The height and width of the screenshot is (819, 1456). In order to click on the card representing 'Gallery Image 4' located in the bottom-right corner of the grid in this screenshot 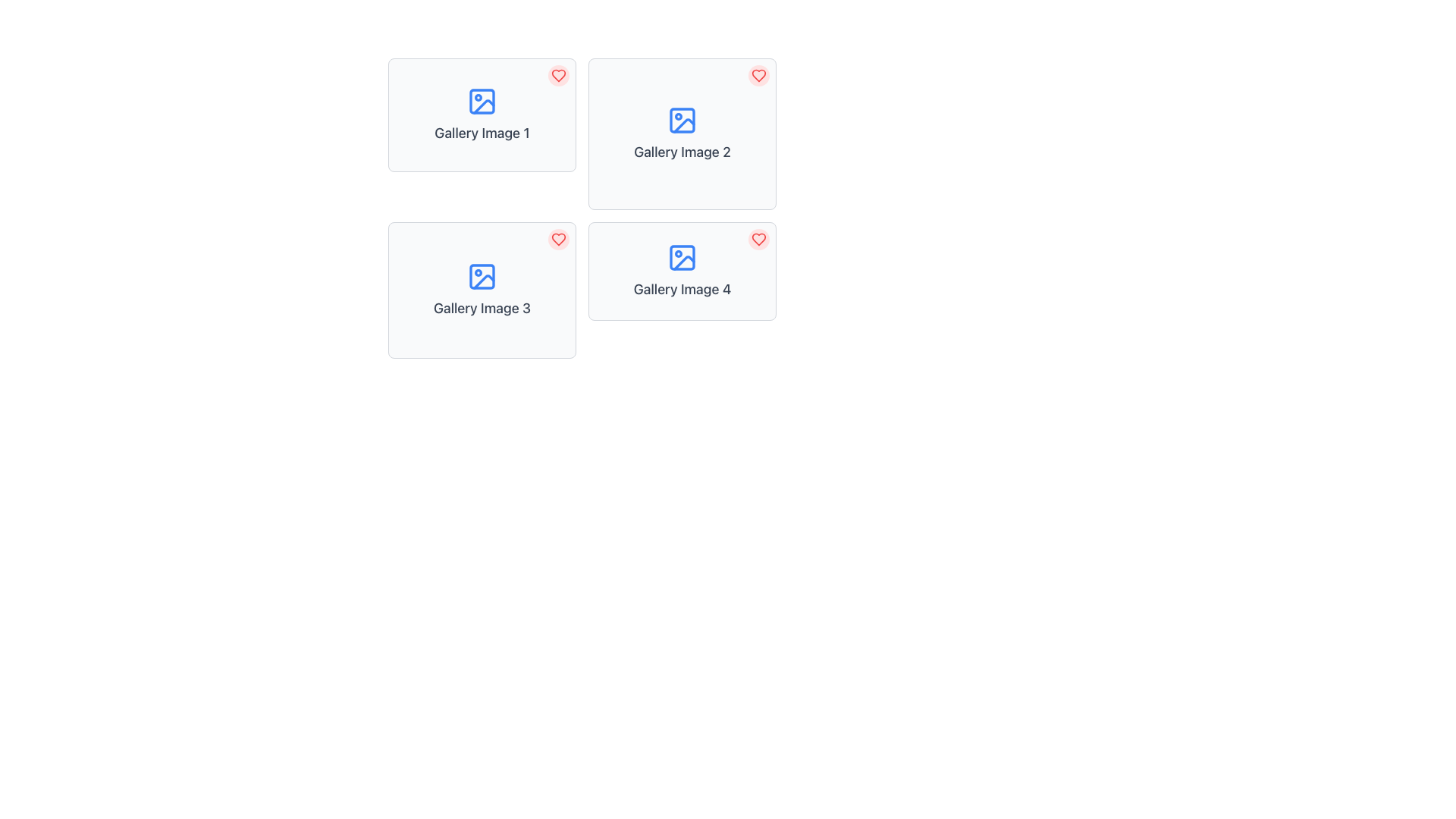, I will do `click(682, 271)`.